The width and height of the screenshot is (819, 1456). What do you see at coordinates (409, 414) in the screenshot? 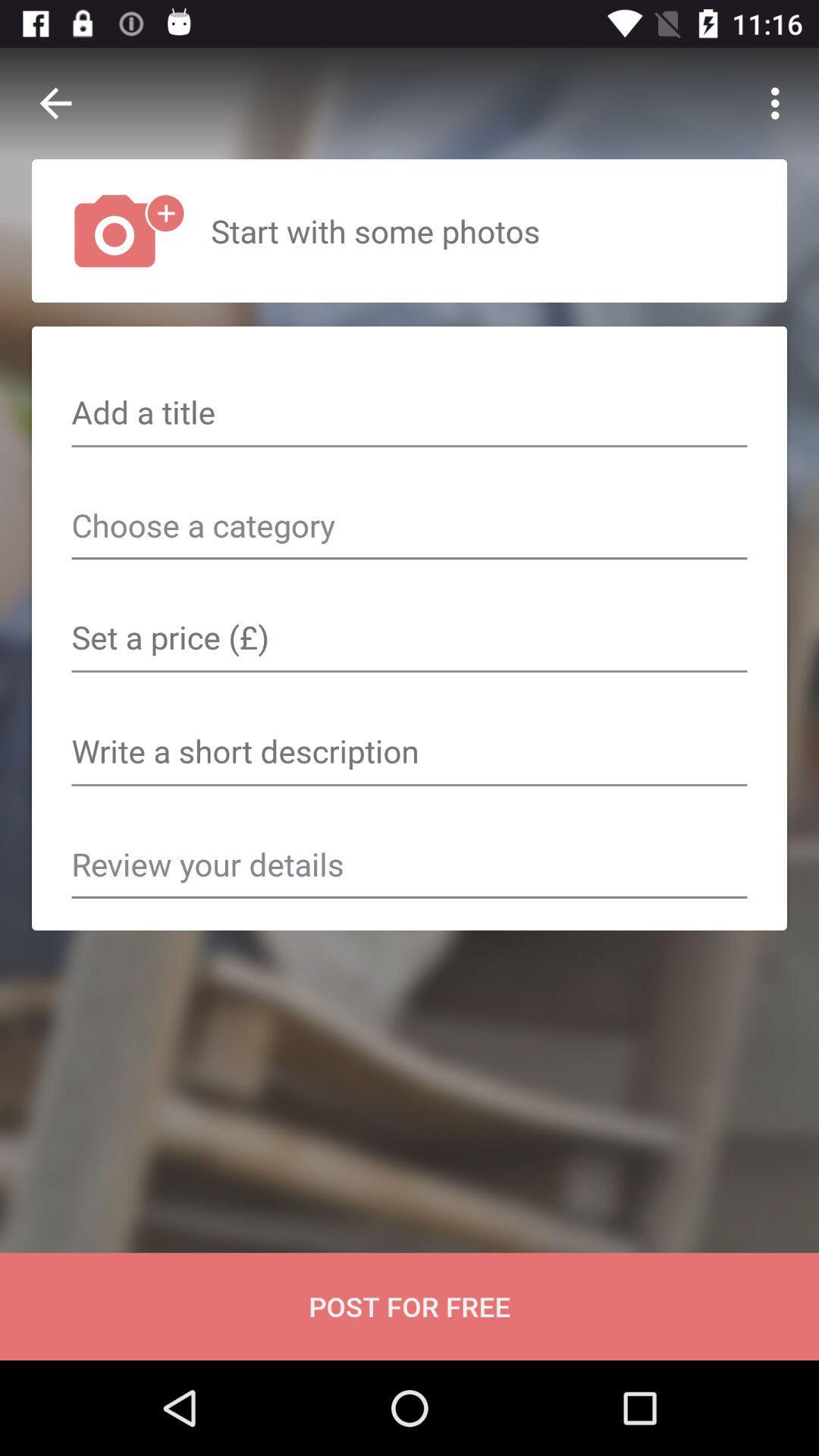
I see `type a tittle advertisements` at bounding box center [409, 414].